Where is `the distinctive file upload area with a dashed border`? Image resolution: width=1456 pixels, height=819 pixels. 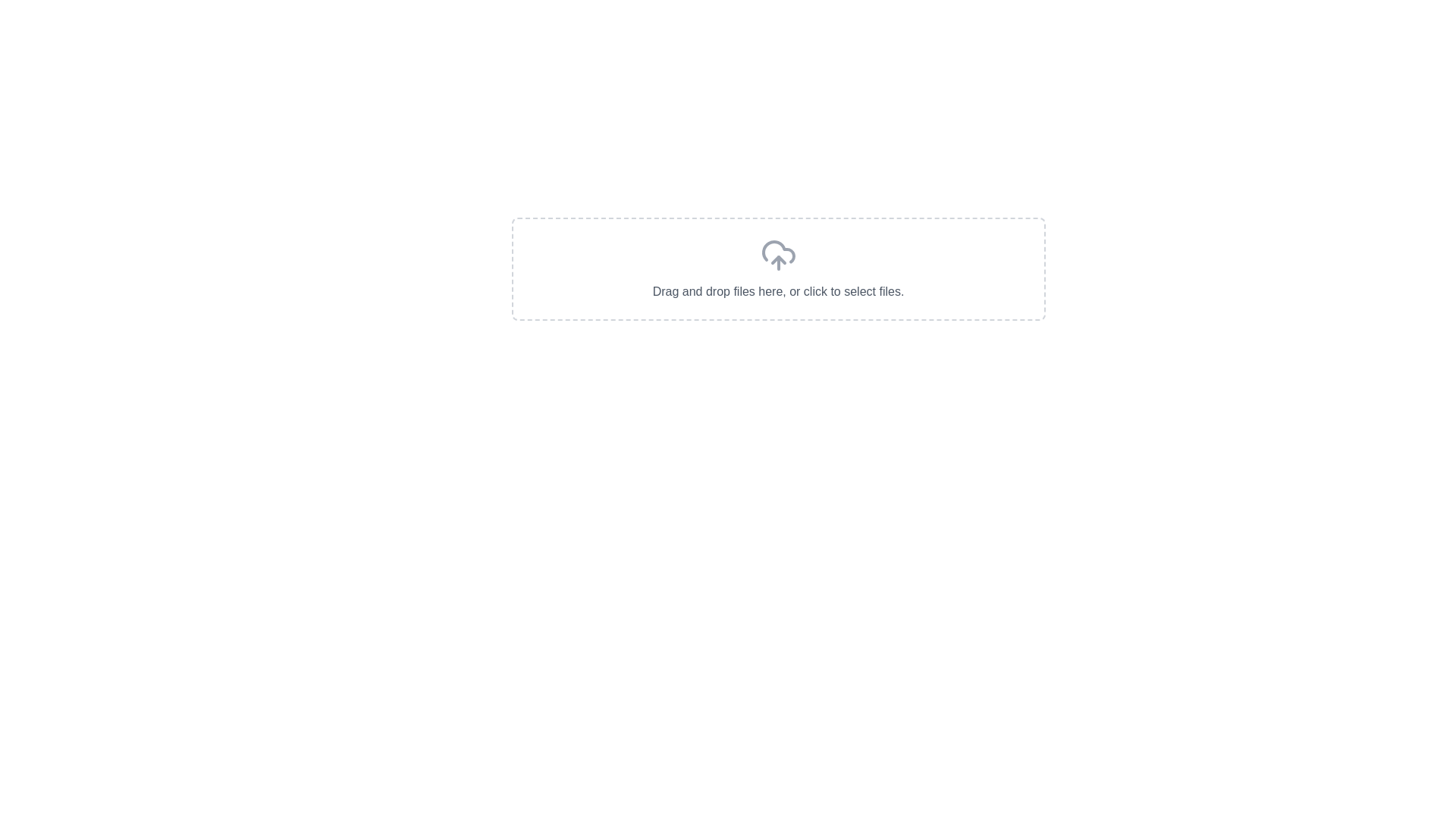 the distinctive file upload area with a dashed border is located at coordinates (778, 268).